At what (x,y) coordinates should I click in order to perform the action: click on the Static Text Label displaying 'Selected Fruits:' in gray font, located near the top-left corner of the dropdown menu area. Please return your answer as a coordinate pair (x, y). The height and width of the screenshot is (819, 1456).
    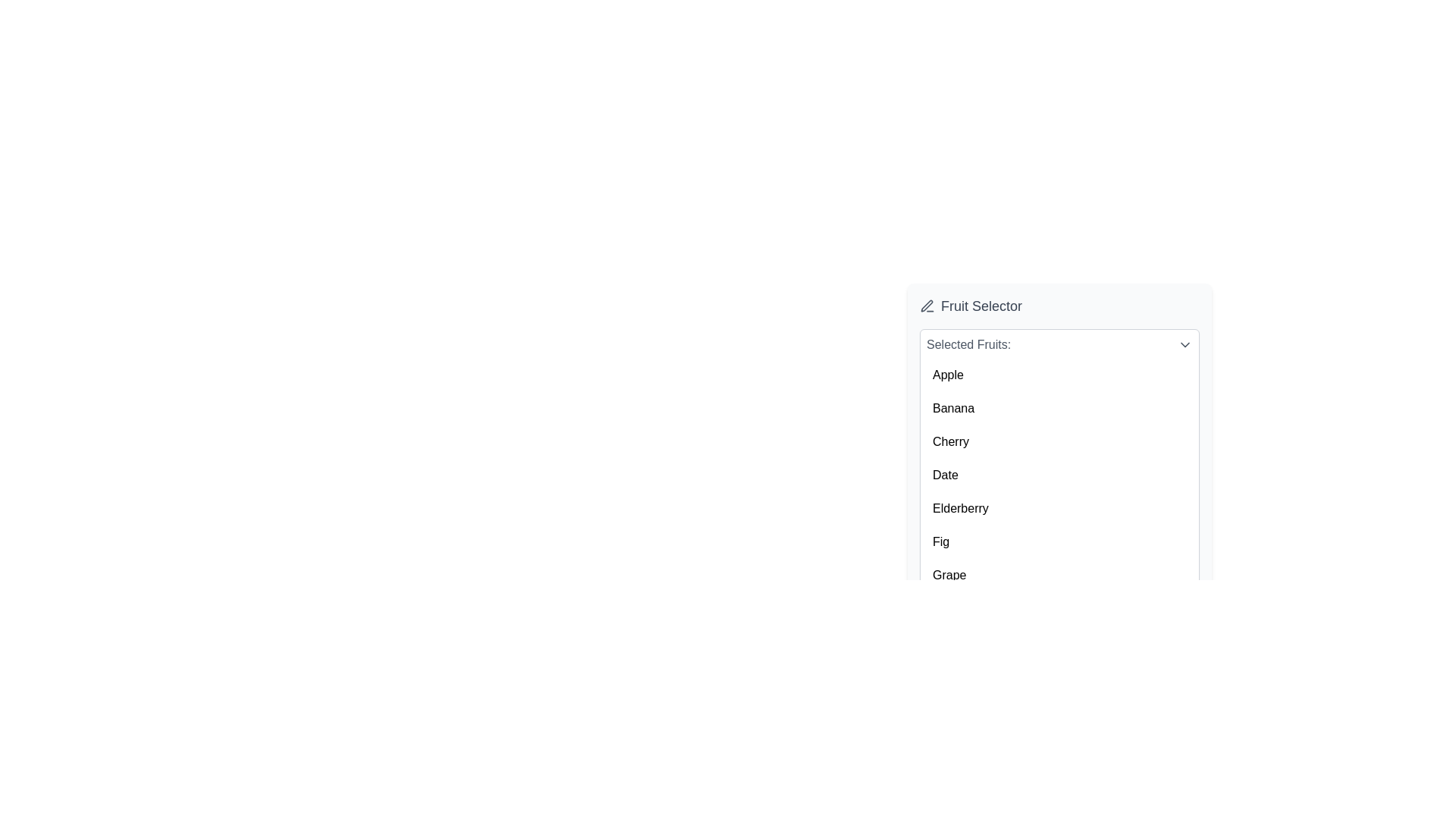
    Looking at the image, I should click on (968, 345).